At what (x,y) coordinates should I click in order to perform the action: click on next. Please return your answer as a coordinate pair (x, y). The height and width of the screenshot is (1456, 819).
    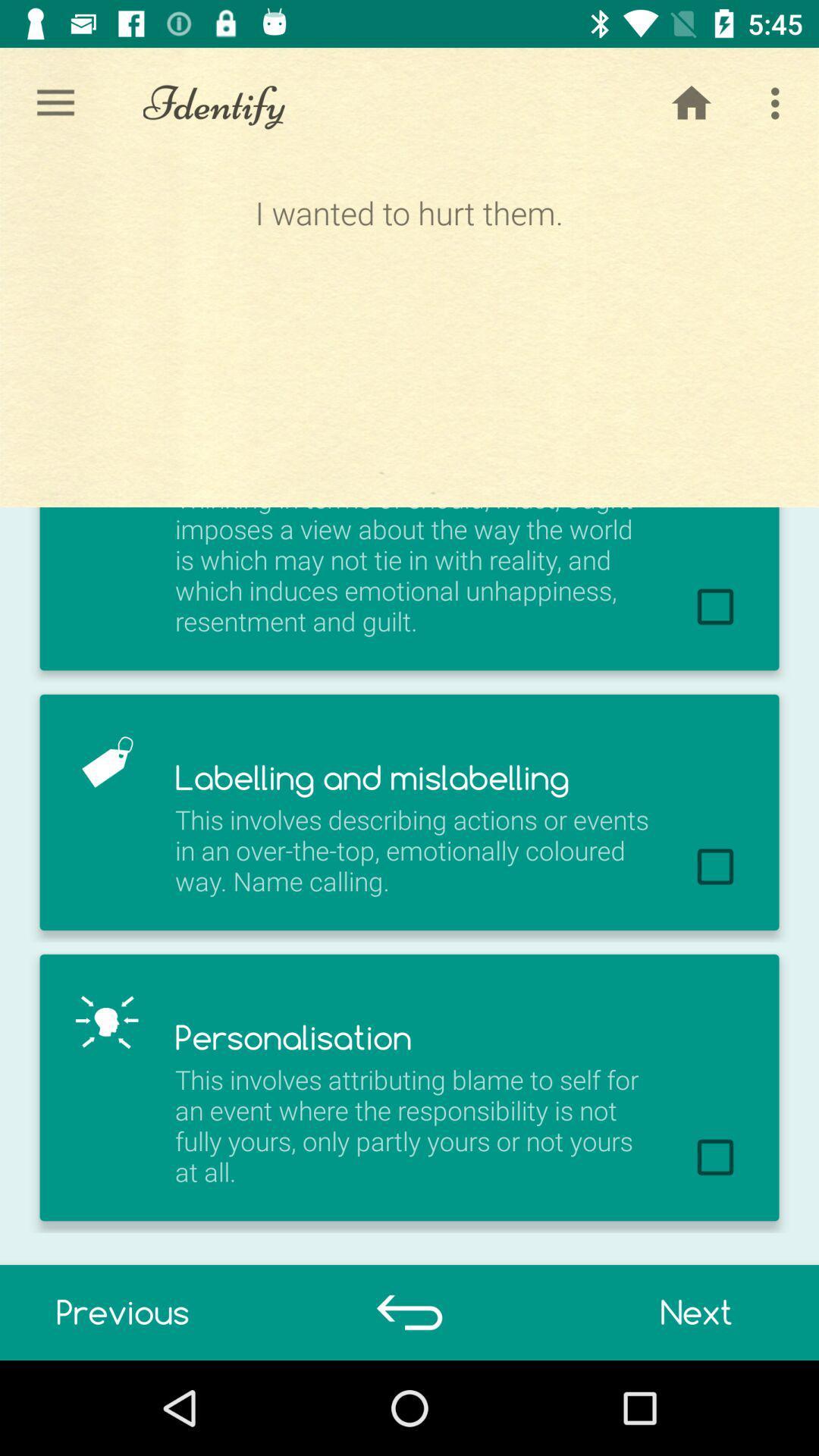
    Looking at the image, I should click on (696, 1312).